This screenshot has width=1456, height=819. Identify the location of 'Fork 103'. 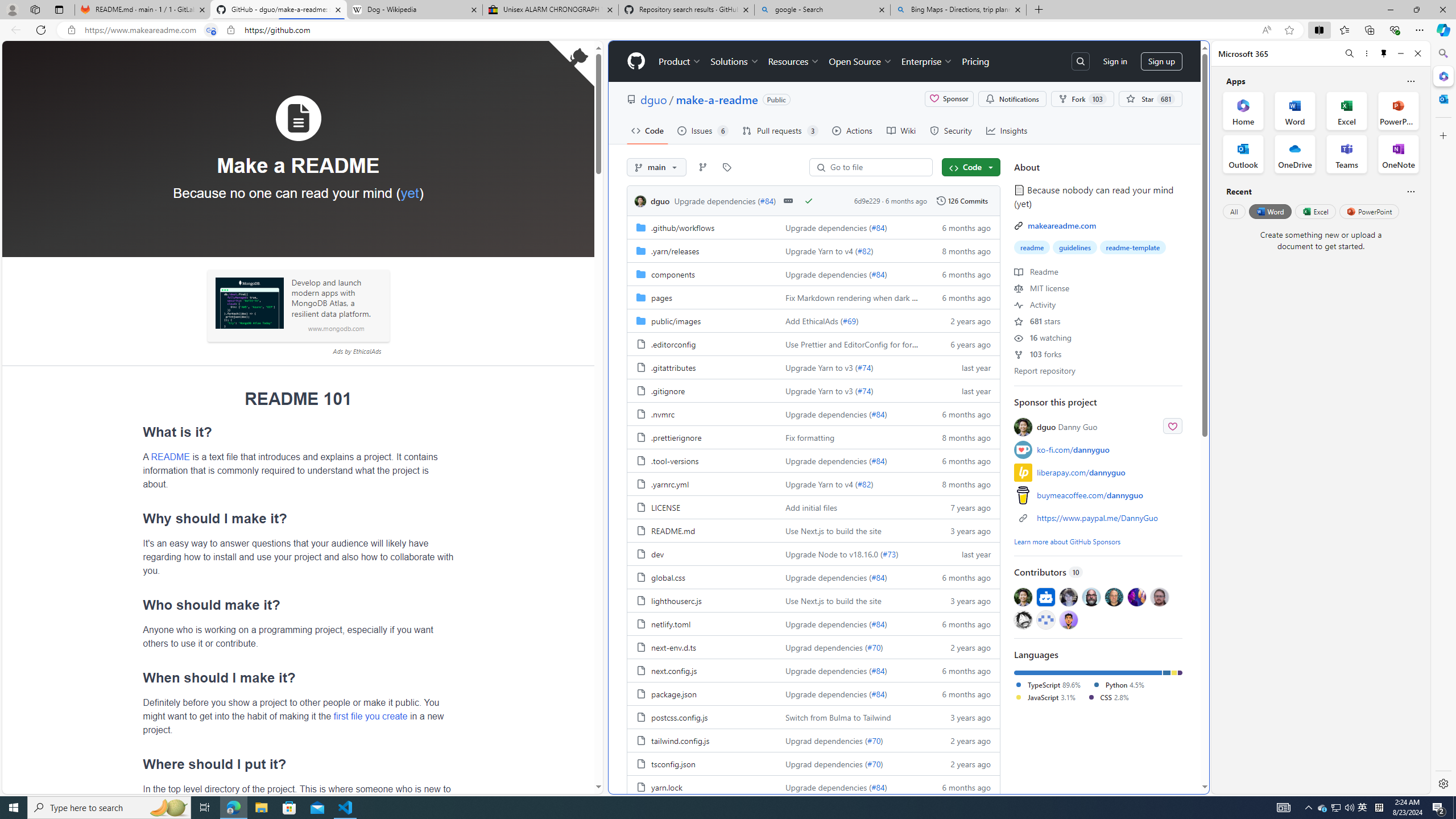
(1081, 98).